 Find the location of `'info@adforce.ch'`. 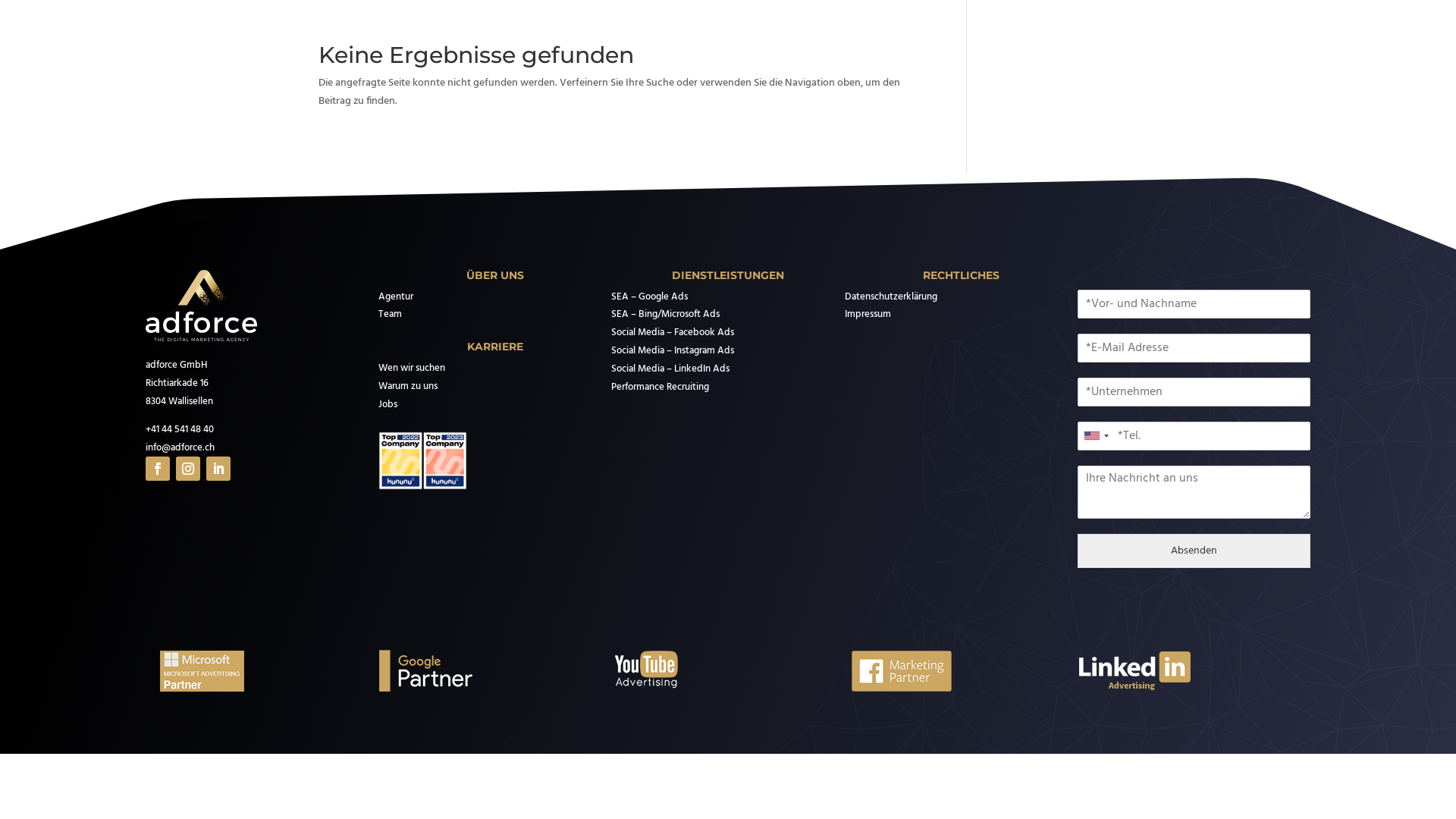

'info@adforce.ch' is located at coordinates (146, 447).